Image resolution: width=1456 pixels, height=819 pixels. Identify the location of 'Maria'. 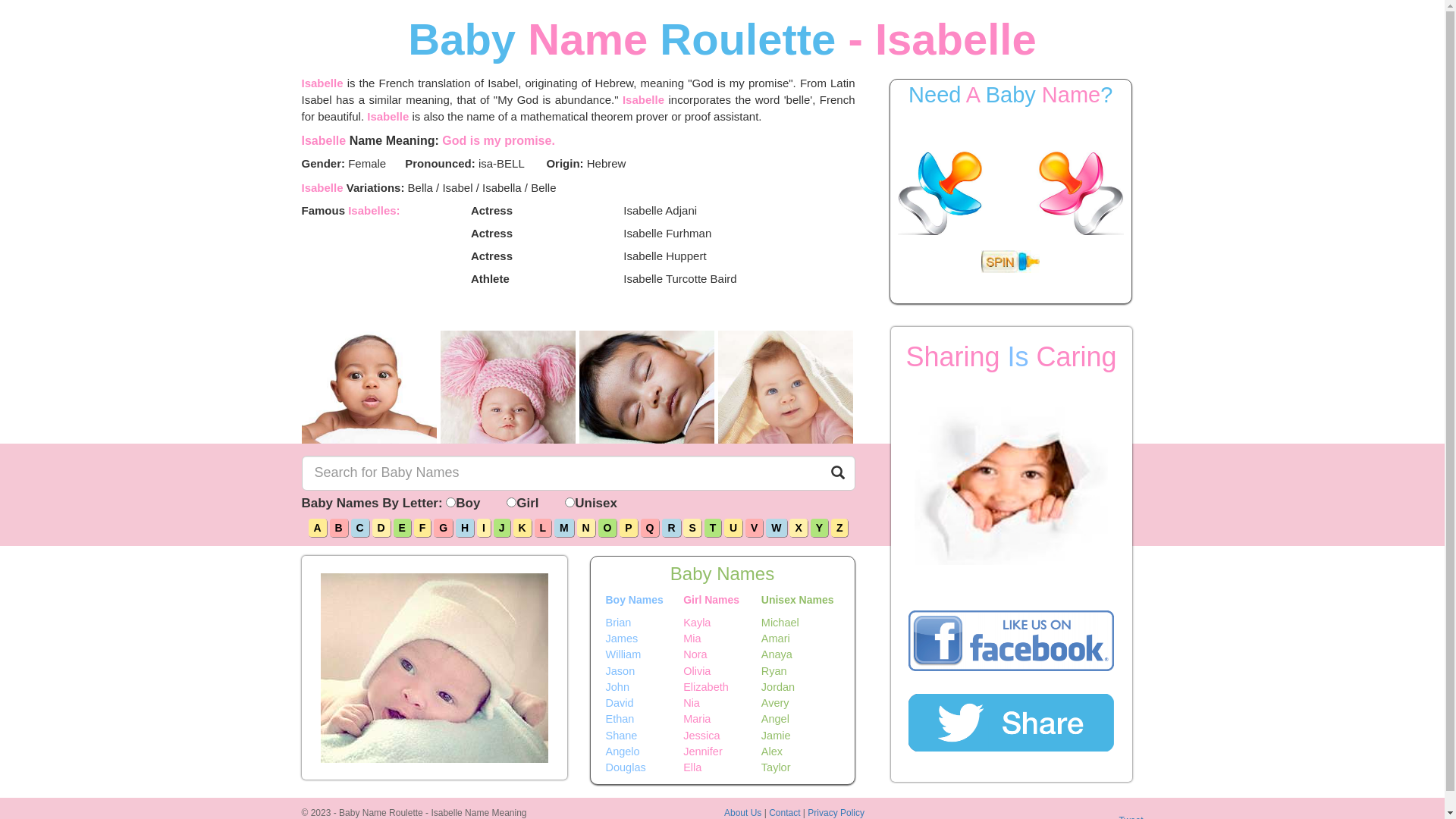
(721, 718).